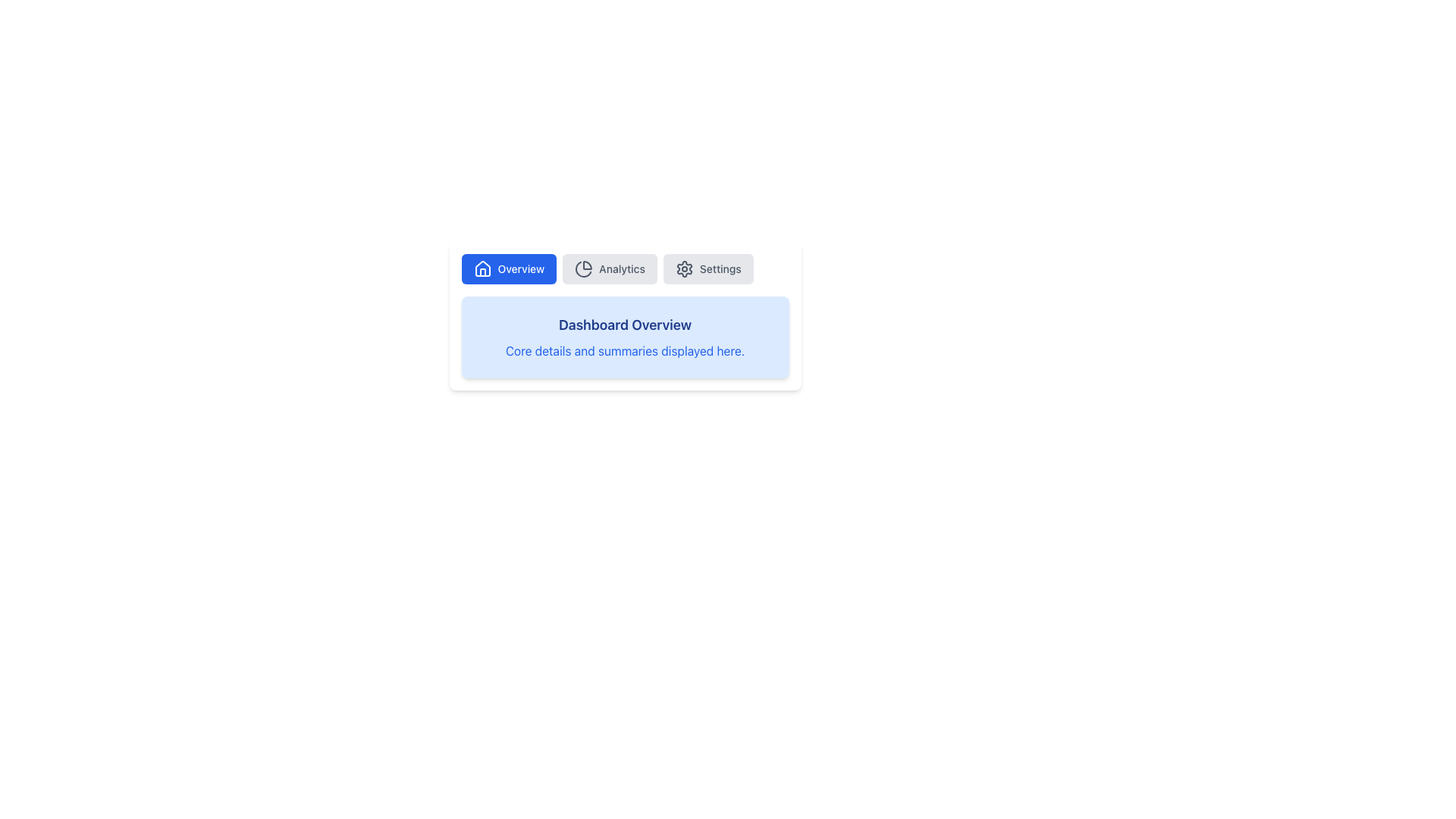 Image resolution: width=1456 pixels, height=819 pixels. Describe the element at coordinates (587, 265) in the screenshot. I see `the upper-right segment of the pie chart icon, which symbolizes analytics functionality, located adjacent to the 'Analytics' button` at that location.